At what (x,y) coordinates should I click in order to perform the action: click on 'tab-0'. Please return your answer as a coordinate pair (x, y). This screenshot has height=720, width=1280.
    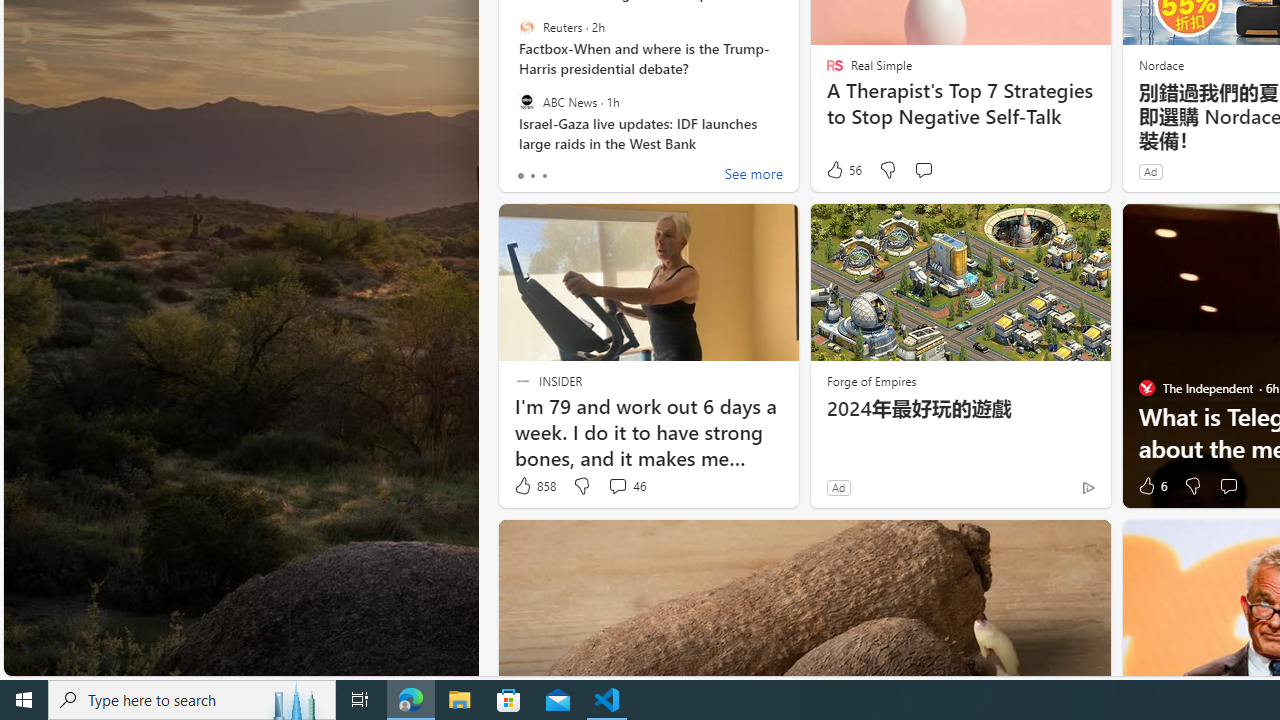
    Looking at the image, I should click on (520, 175).